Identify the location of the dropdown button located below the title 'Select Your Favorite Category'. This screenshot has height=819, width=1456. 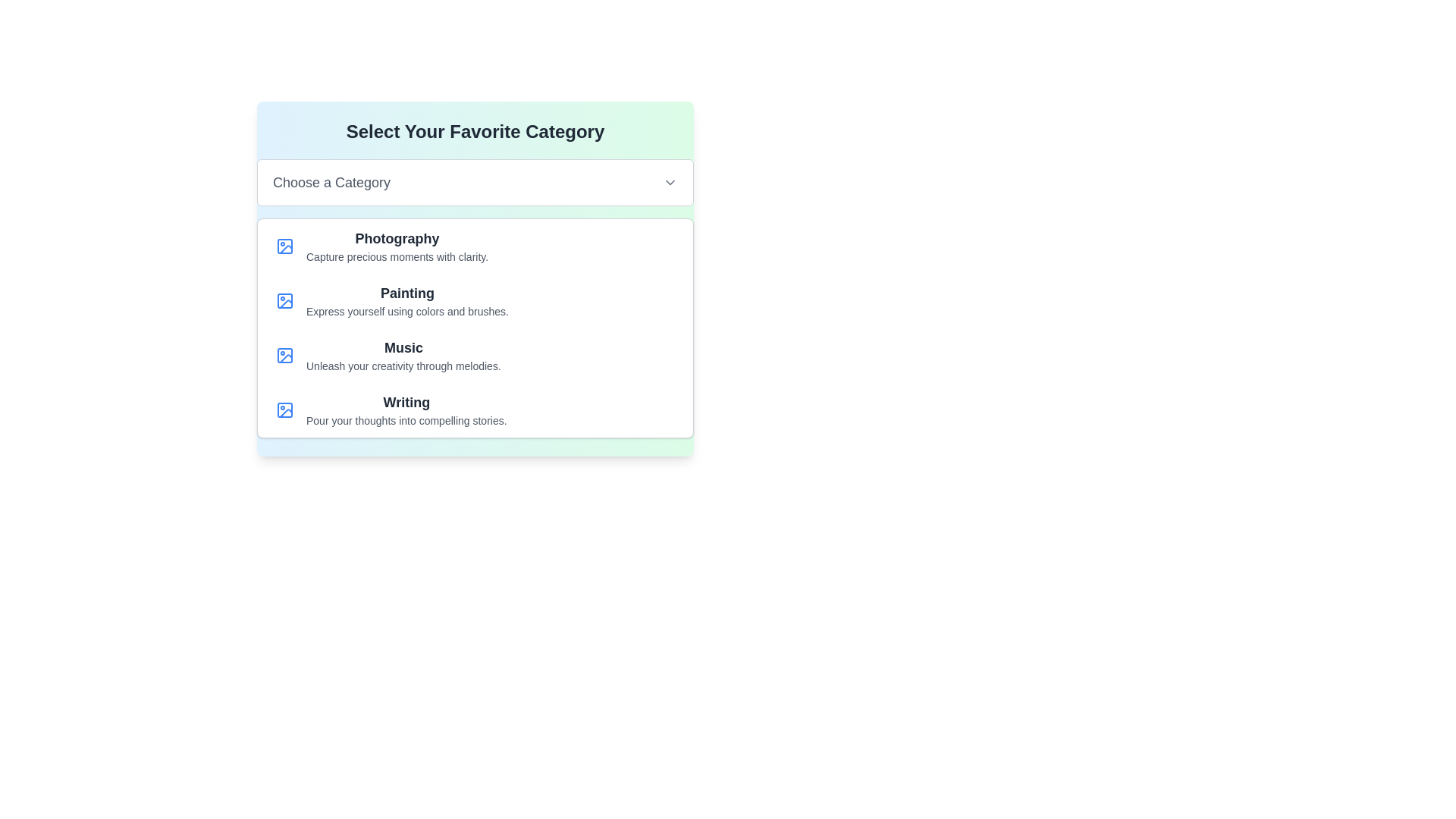
(475, 181).